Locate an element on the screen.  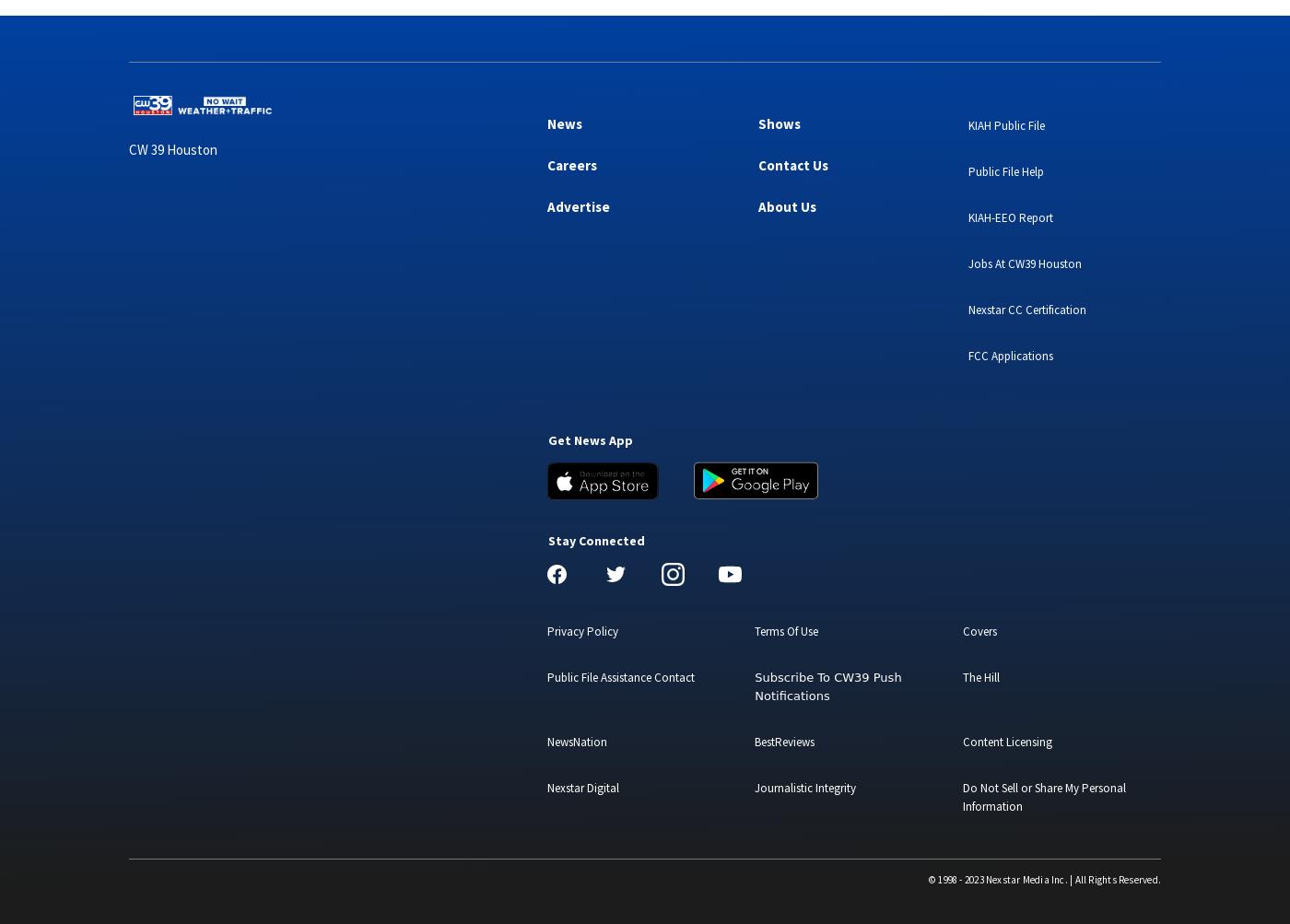
'Covers' is located at coordinates (979, 630).